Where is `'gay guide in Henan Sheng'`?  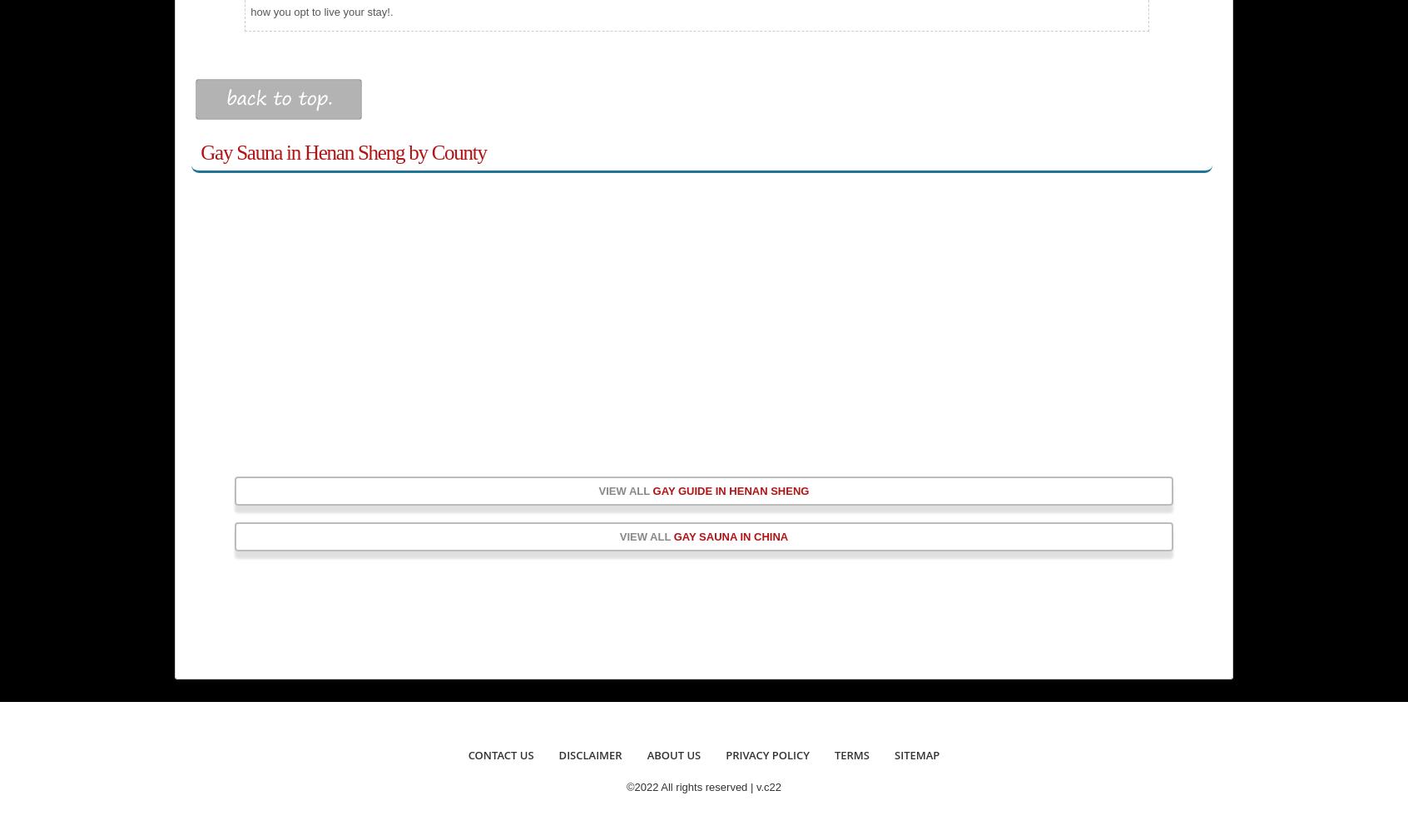 'gay guide in Henan Sheng' is located at coordinates (729, 490).